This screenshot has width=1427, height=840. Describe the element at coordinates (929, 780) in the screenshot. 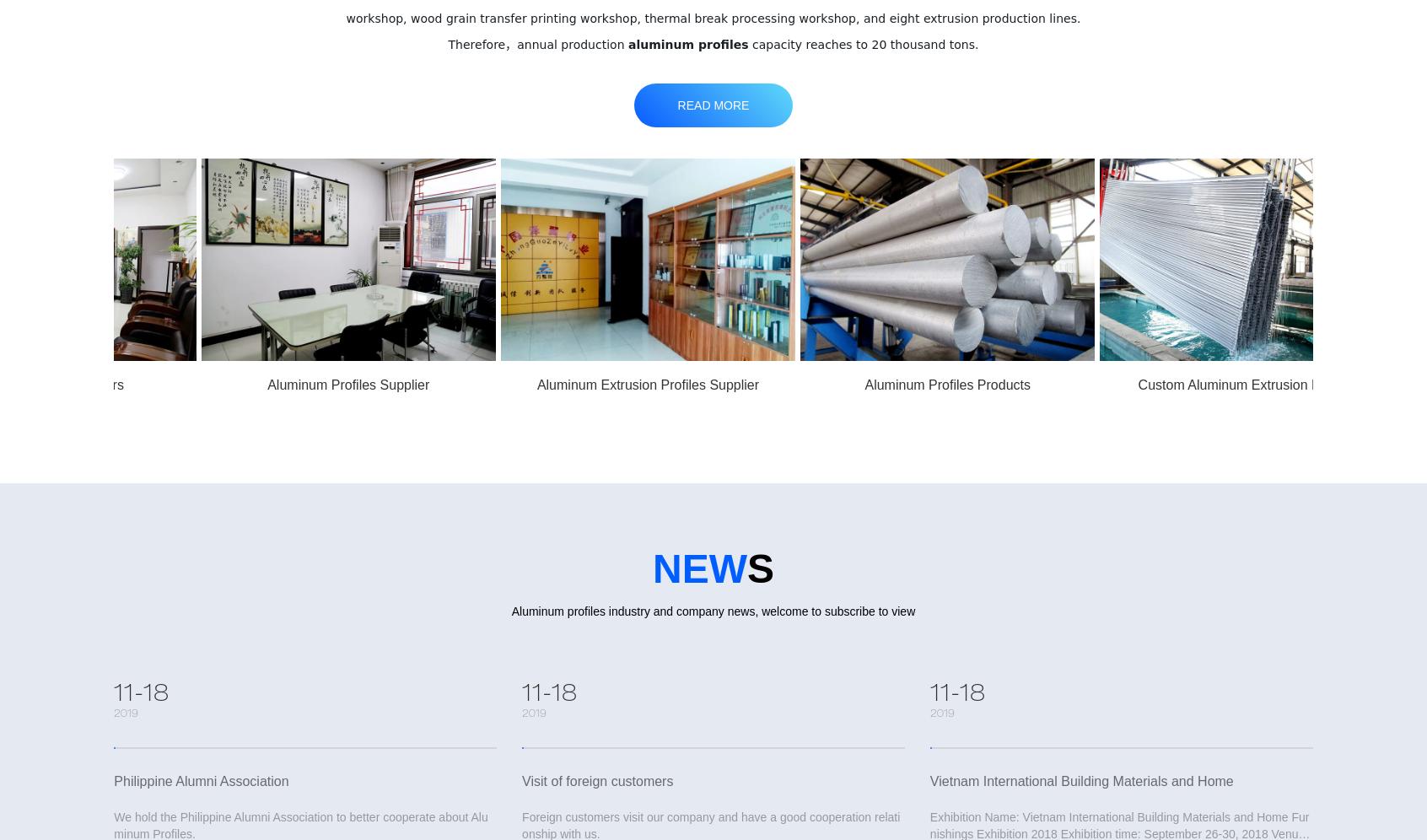

I see `'Vietnam International Building Materials and Home'` at that location.